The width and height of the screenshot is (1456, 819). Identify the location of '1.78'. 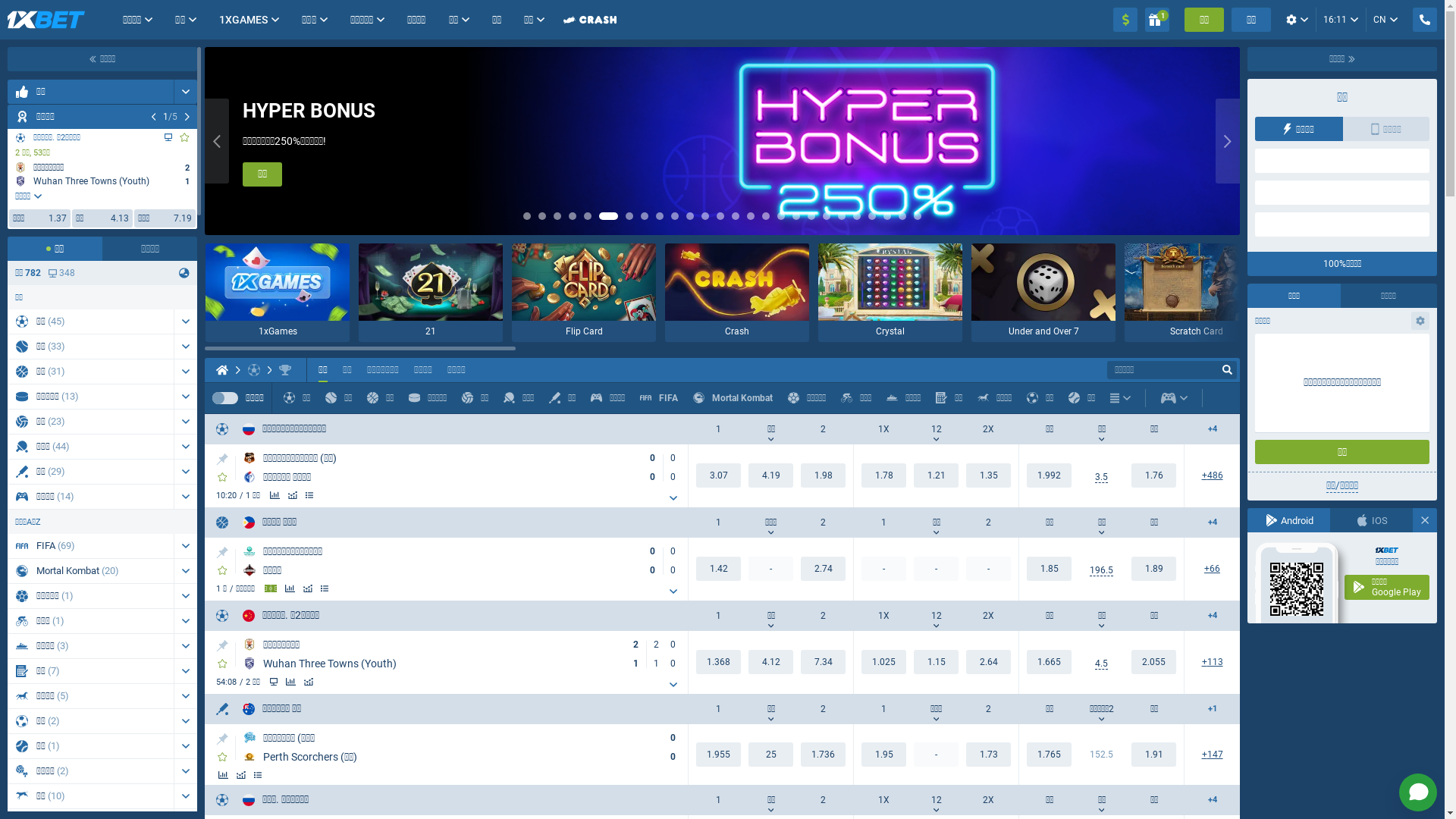
(883, 475).